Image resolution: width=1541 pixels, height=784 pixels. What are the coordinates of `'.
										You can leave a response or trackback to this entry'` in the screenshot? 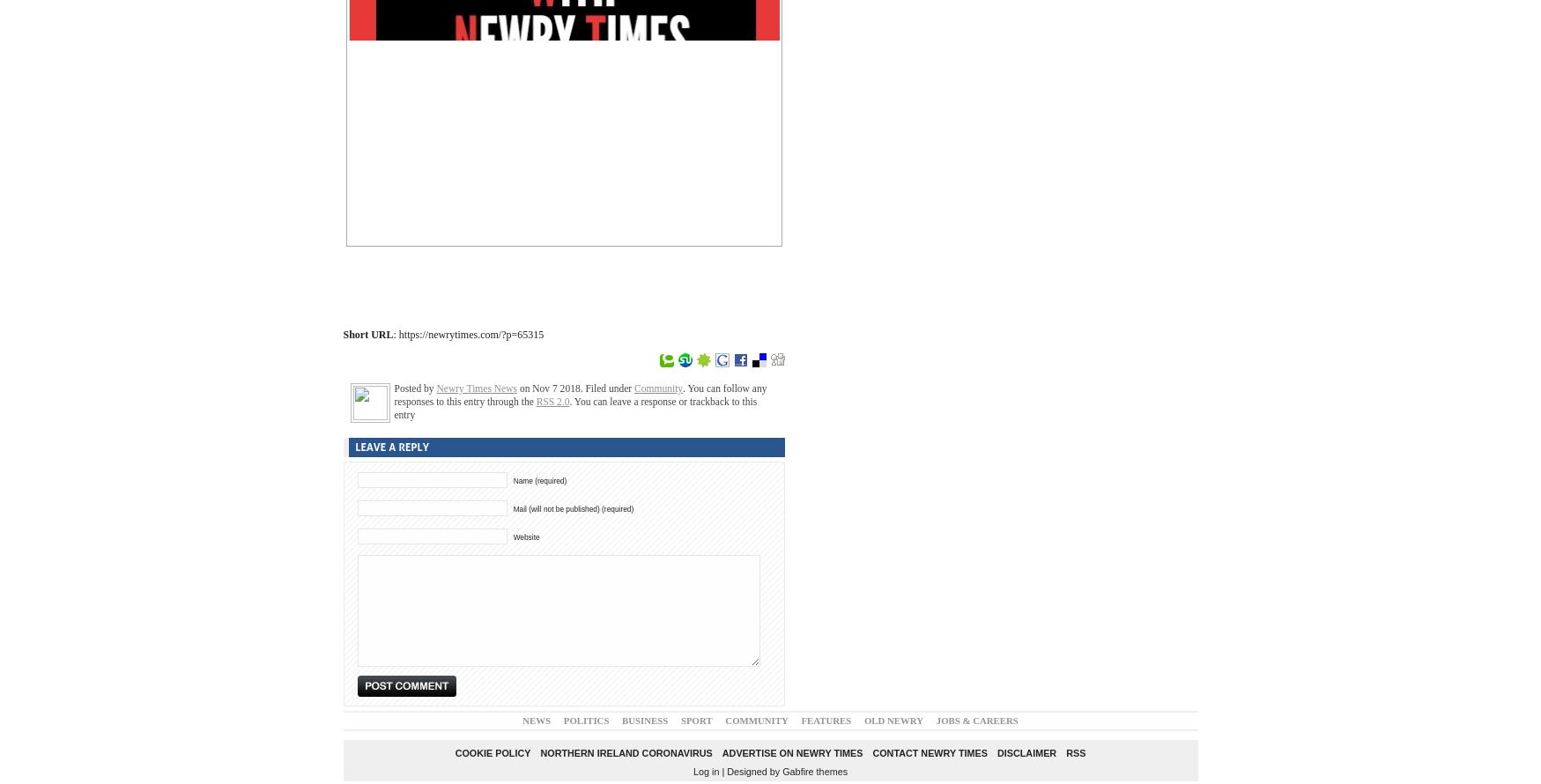 It's located at (575, 407).